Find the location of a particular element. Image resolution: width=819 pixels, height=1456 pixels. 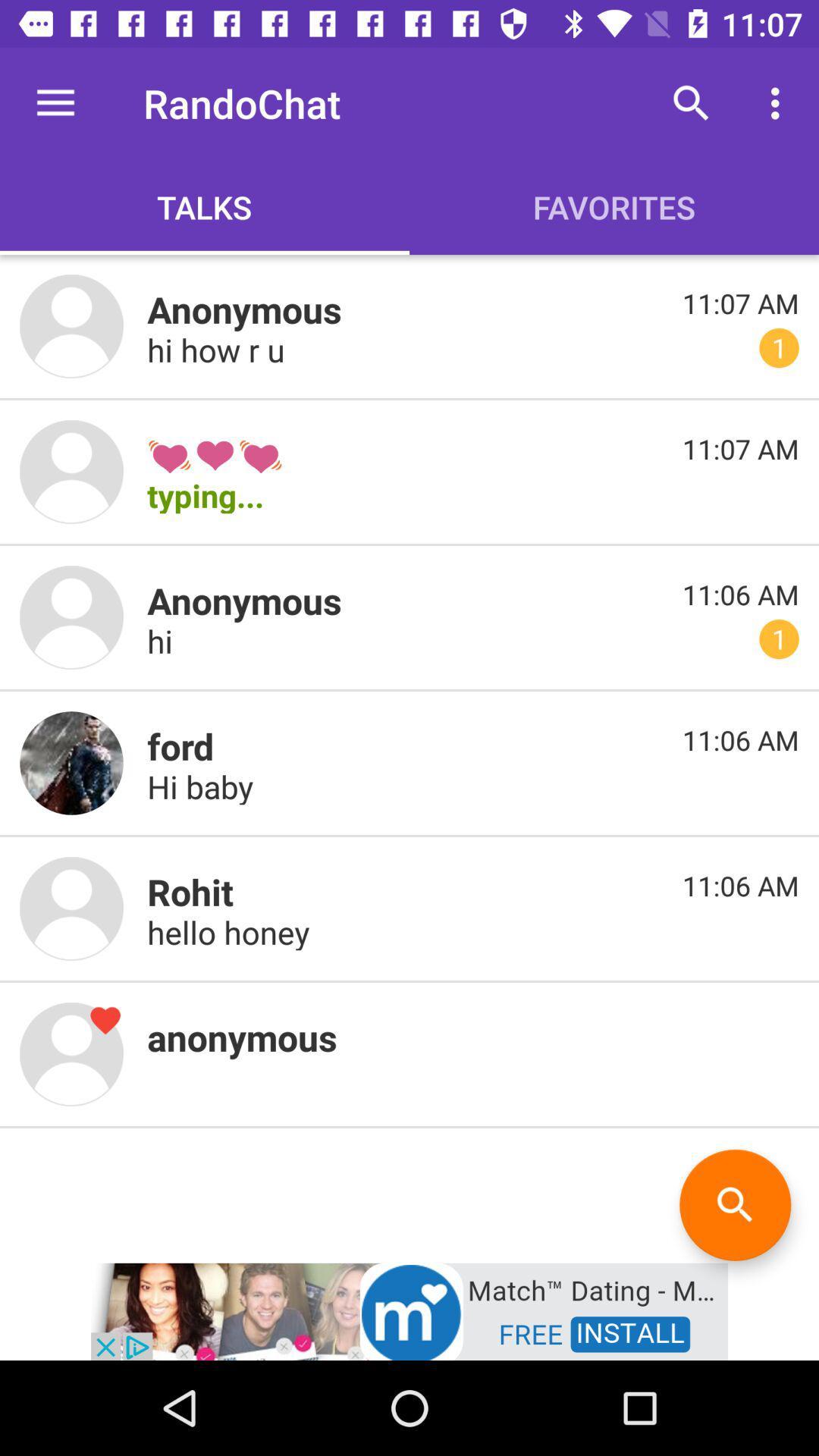

see photo is located at coordinates (71, 471).